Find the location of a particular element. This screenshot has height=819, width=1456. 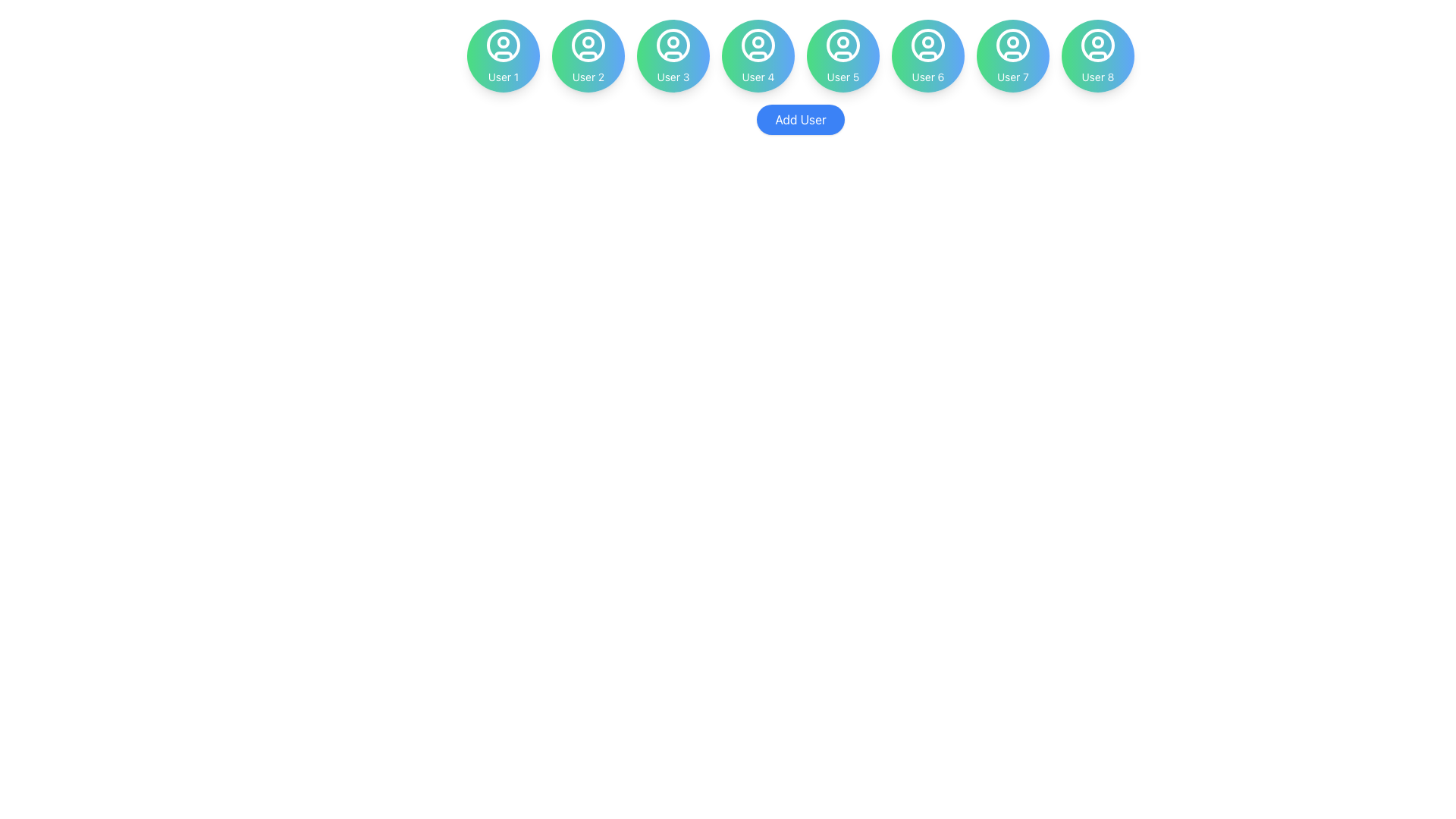

the 'Add User' button, which has a blue background and white text, located below the user icons to initiate user creation is located at coordinates (800, 119).